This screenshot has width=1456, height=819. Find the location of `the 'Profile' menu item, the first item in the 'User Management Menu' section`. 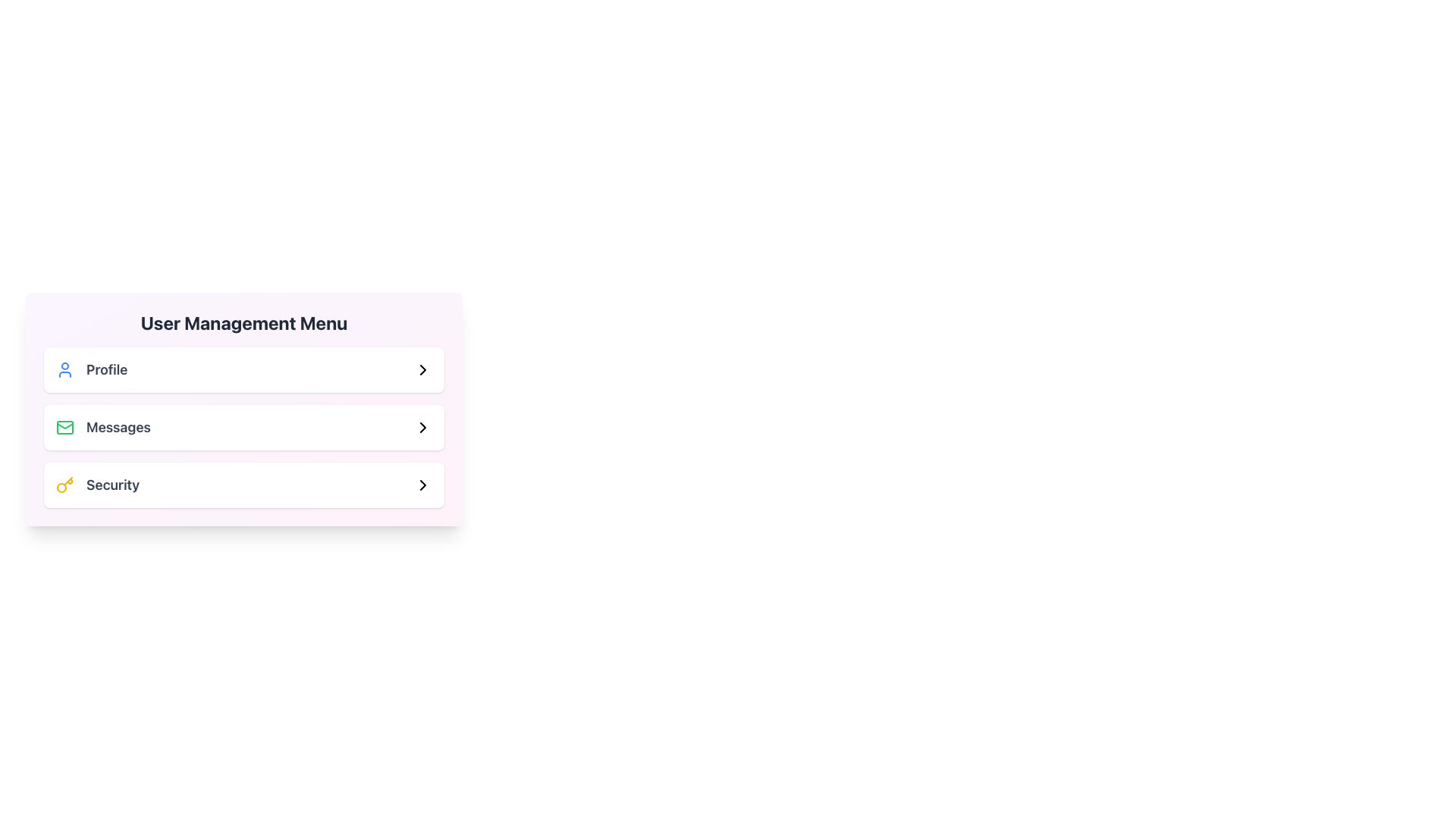

the 'Profile' menu item, the first item in the 'User Management Menu' section is located at coordinates (243, 370).